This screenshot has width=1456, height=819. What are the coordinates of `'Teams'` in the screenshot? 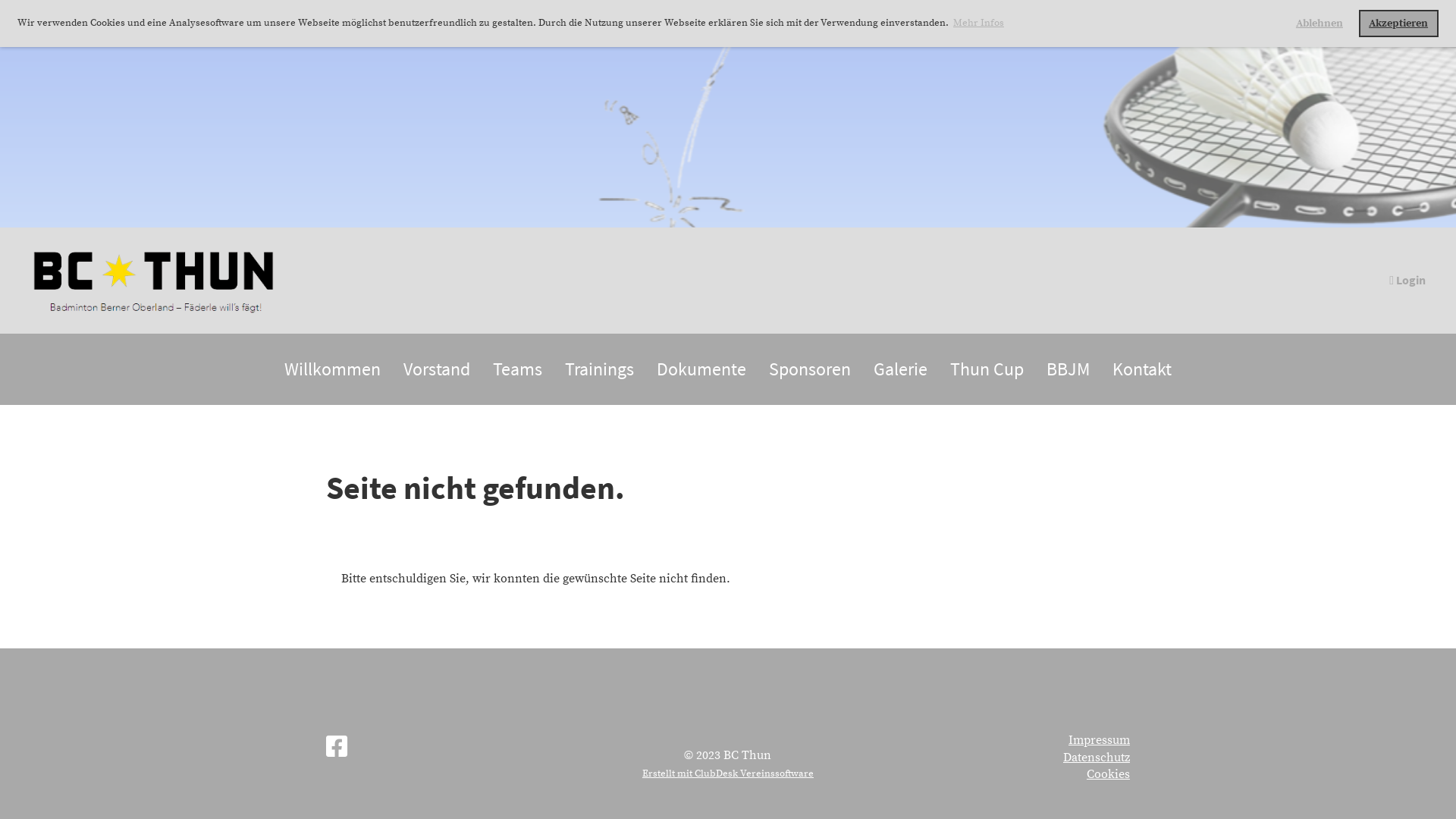 It's located at (480, 369).